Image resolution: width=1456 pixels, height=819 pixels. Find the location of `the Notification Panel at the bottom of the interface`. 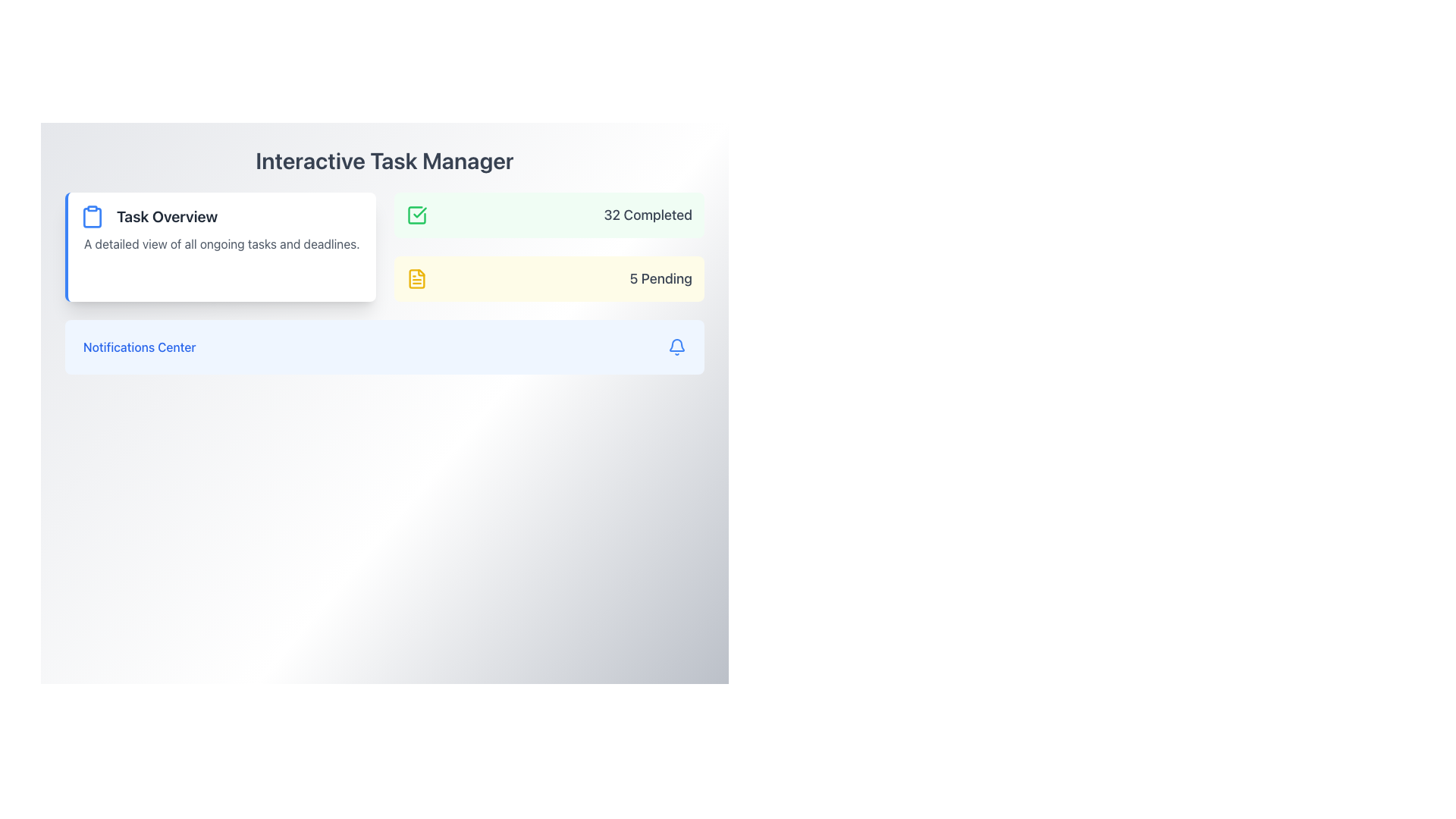

the Notification Panel at the bottom of the interface is located at coordinates (384, 347).